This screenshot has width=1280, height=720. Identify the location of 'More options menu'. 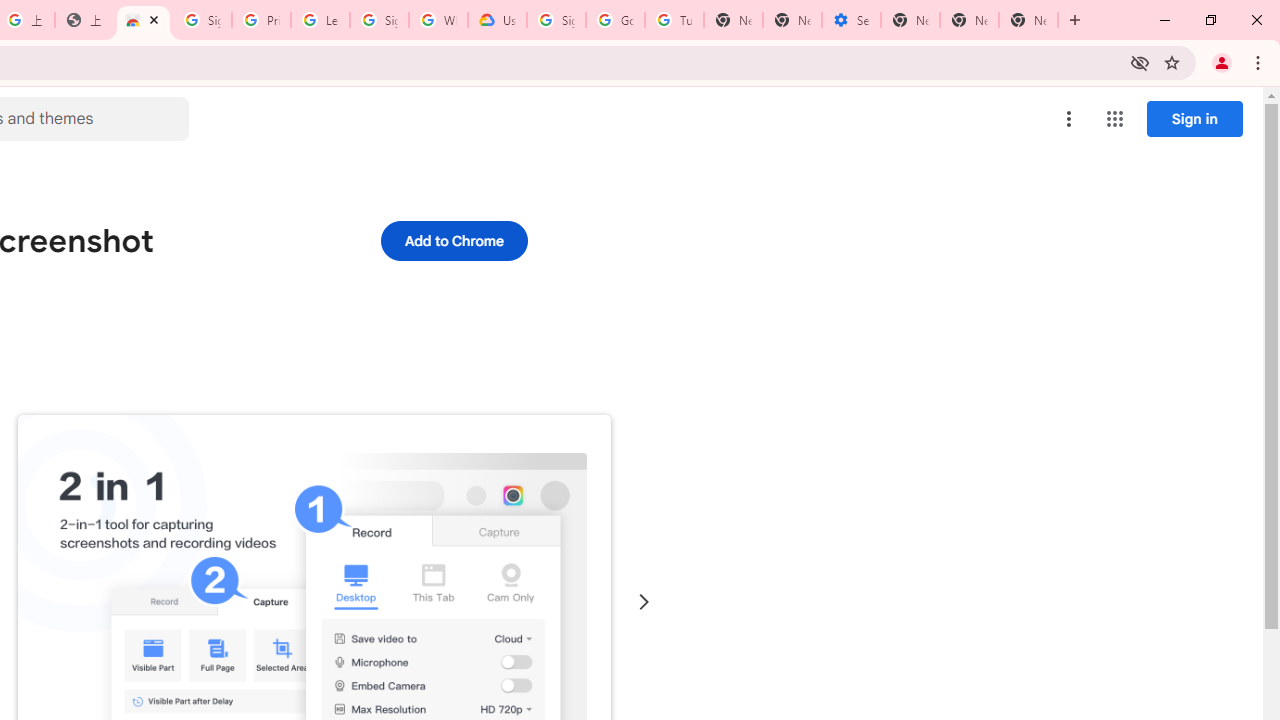
(1068, 119).